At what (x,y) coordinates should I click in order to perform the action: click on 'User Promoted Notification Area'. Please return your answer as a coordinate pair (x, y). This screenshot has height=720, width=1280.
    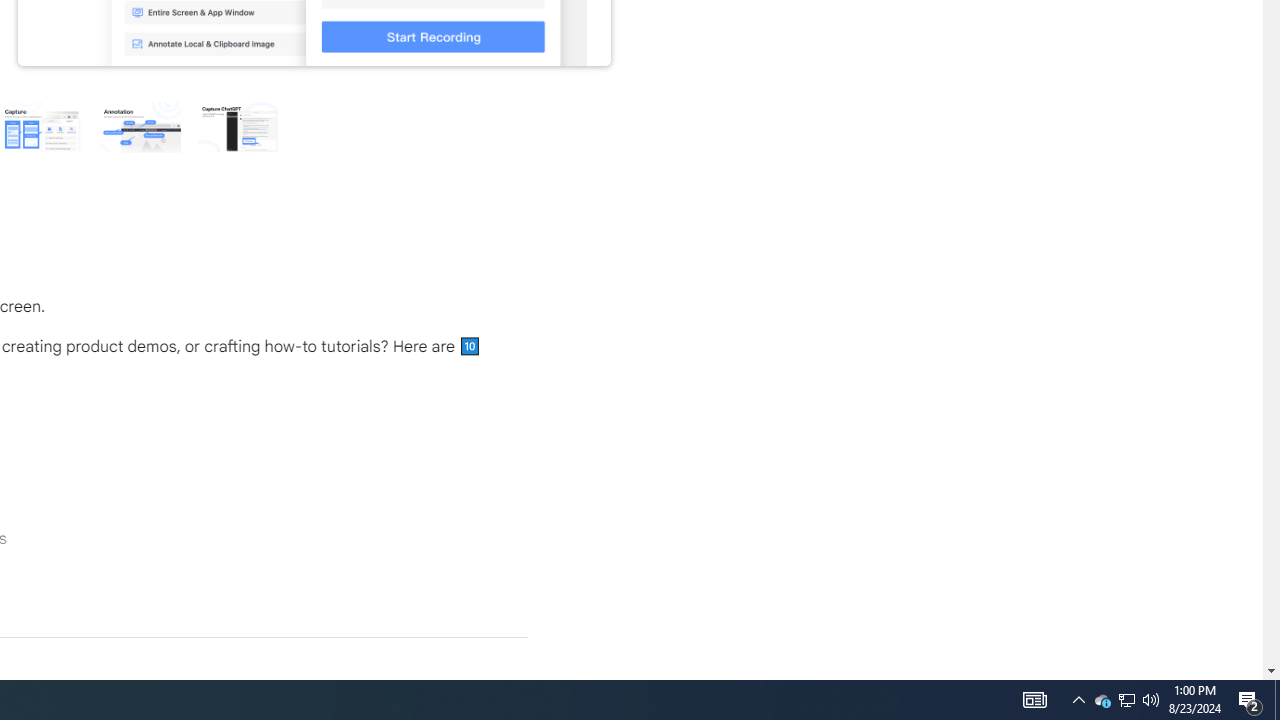
    Looking at the image, I should click on (1127, 698).